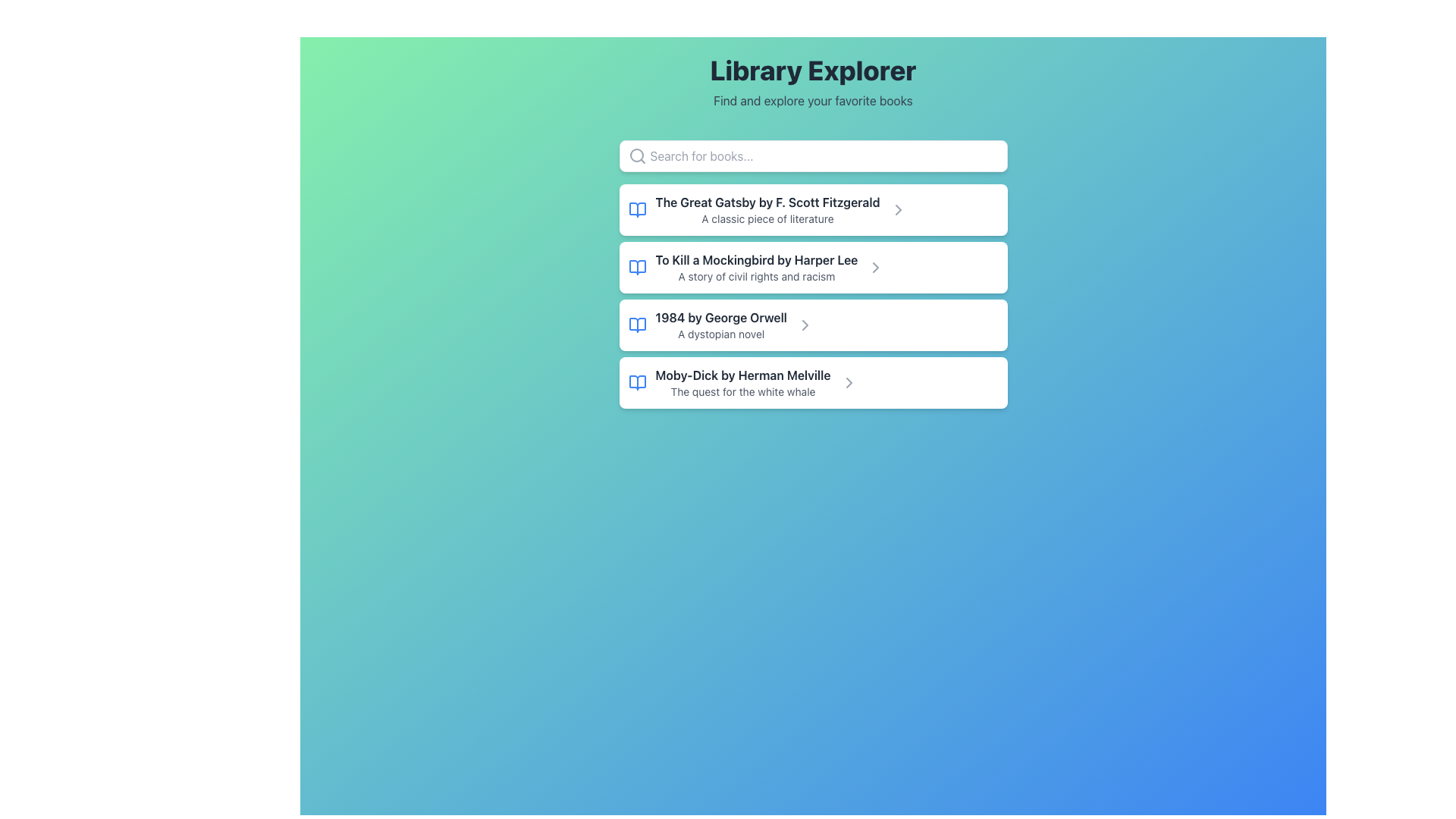  I want to click on the static text displaying 'The Great Gatsby by F. Scott Fitzgerald', which is the primary title in a book entry card, so click(767, 201).